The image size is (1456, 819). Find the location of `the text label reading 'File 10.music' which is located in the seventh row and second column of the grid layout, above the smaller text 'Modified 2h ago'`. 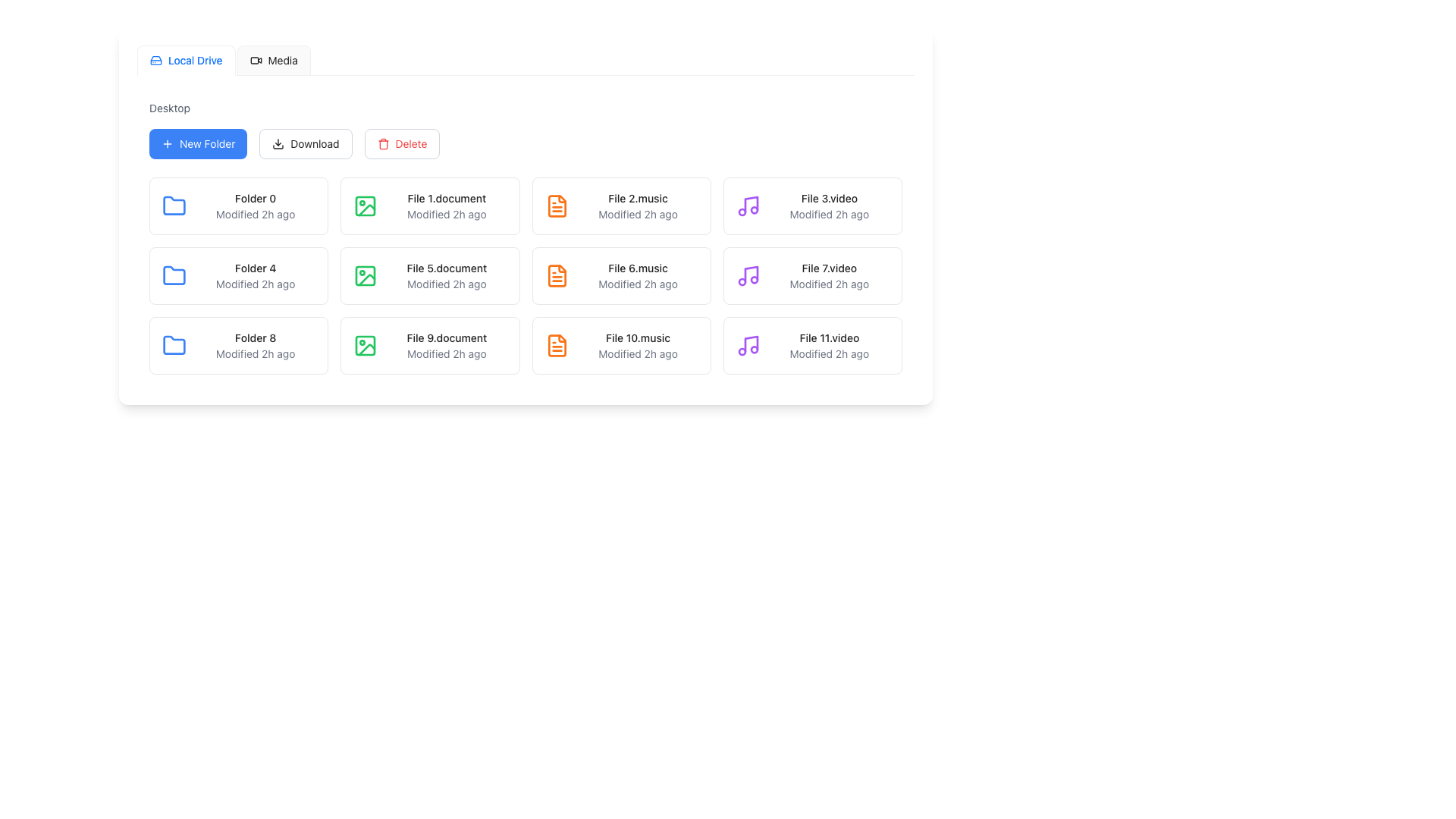

the text label reading 'File 10.music' which is located in the seventh row and second column of the grid layout, above the smaller text 'Modified 2h ago' is located at coordinates (638, 337).